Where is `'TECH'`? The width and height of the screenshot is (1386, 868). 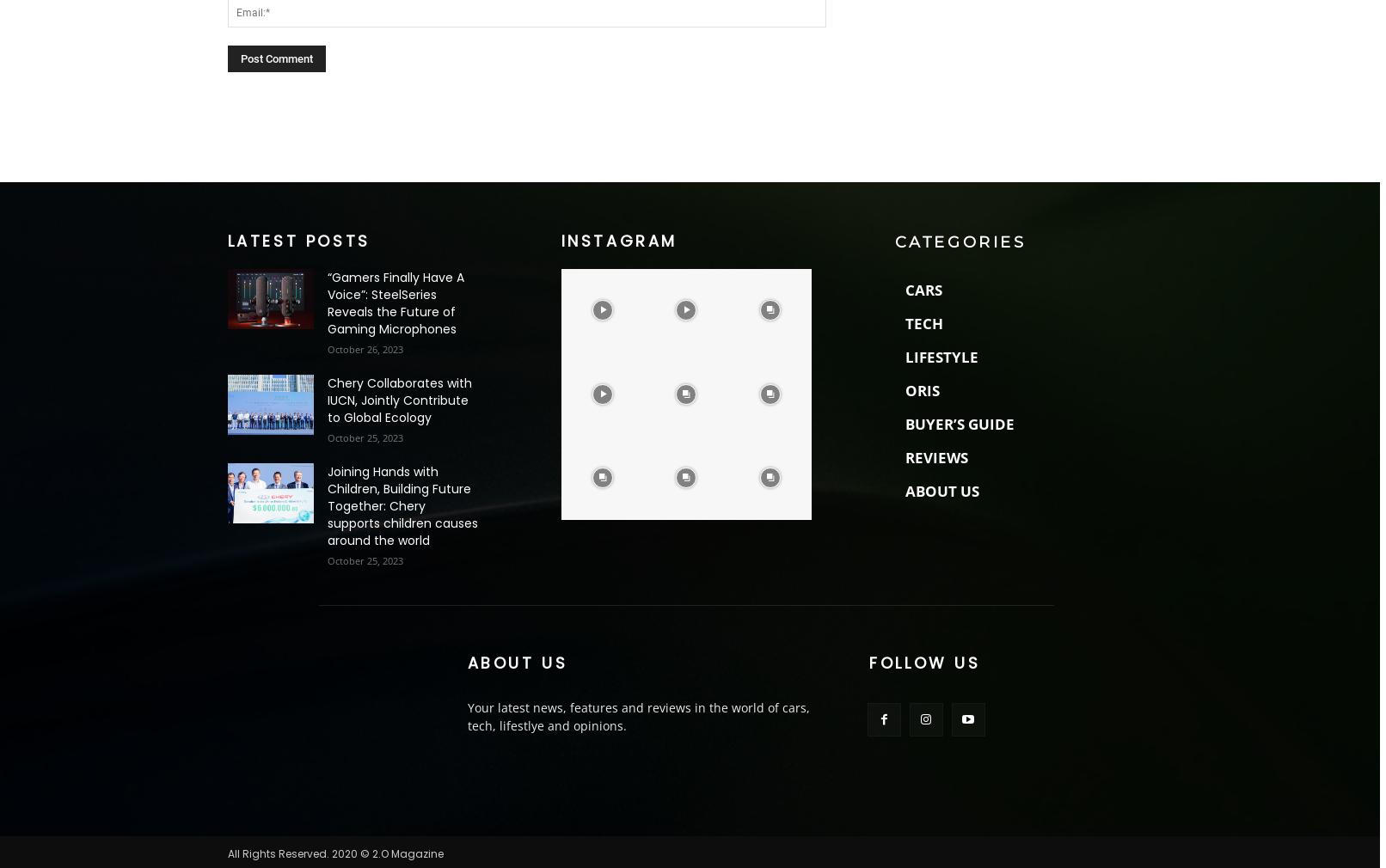 'TECH' is located at coordinates (923, 322).